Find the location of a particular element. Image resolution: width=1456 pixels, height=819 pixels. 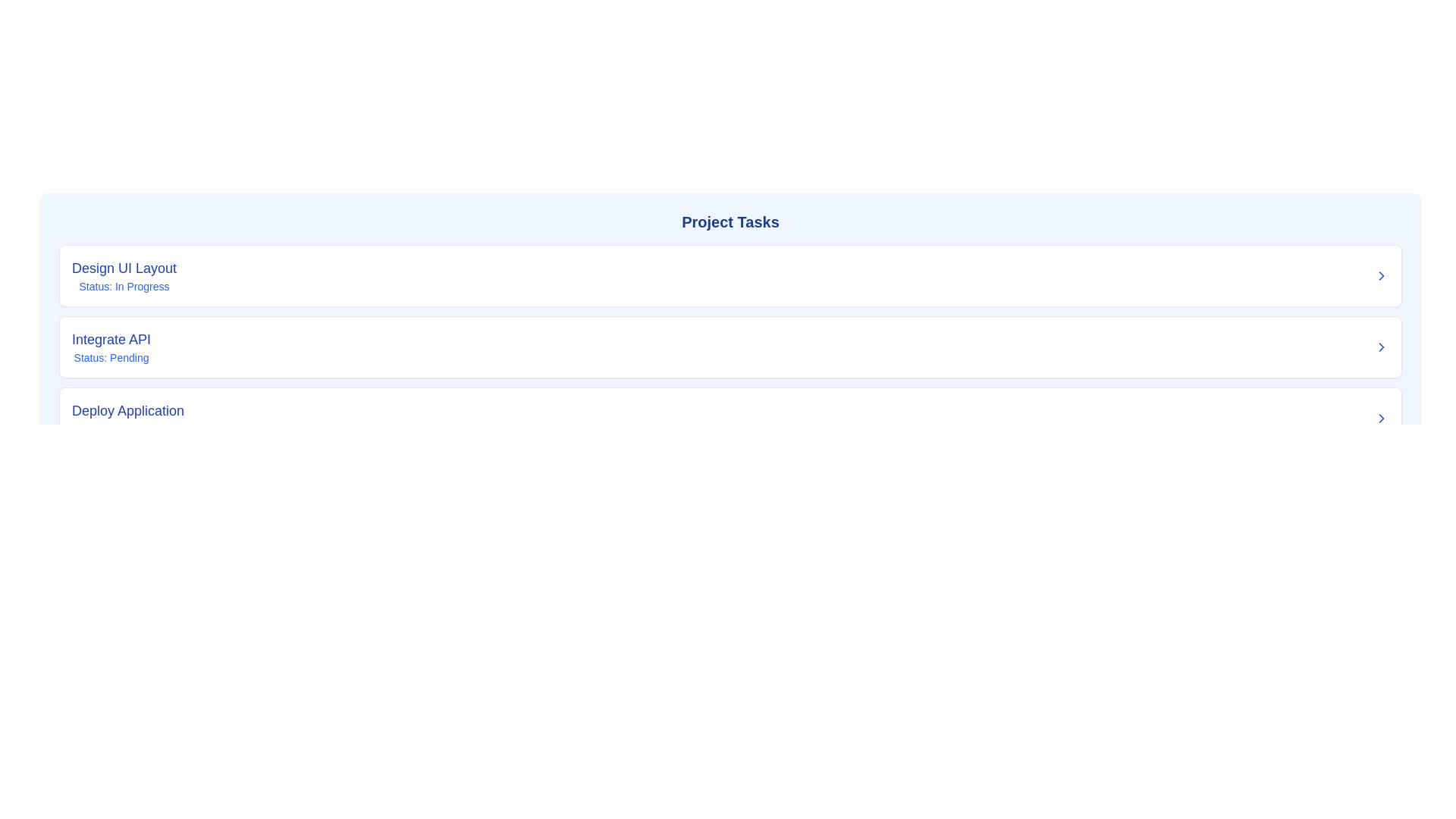

text displayed in the Text label showing the task name 'Deploy Application' and its completion status 'Completed', located in the third row of project tasks is located at coordinates (127, 418).